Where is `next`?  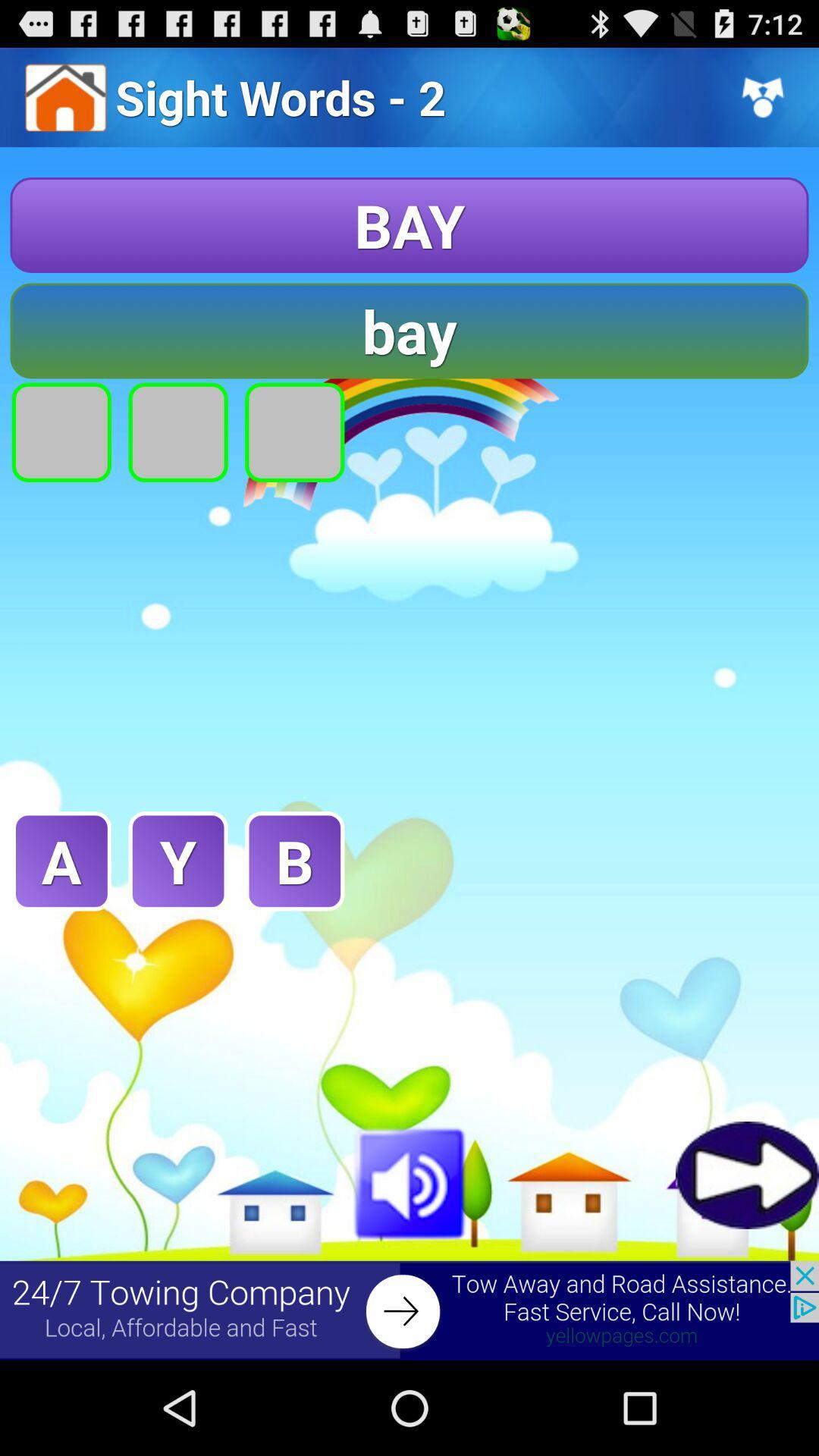 next is located at coordinates (746, 1174).